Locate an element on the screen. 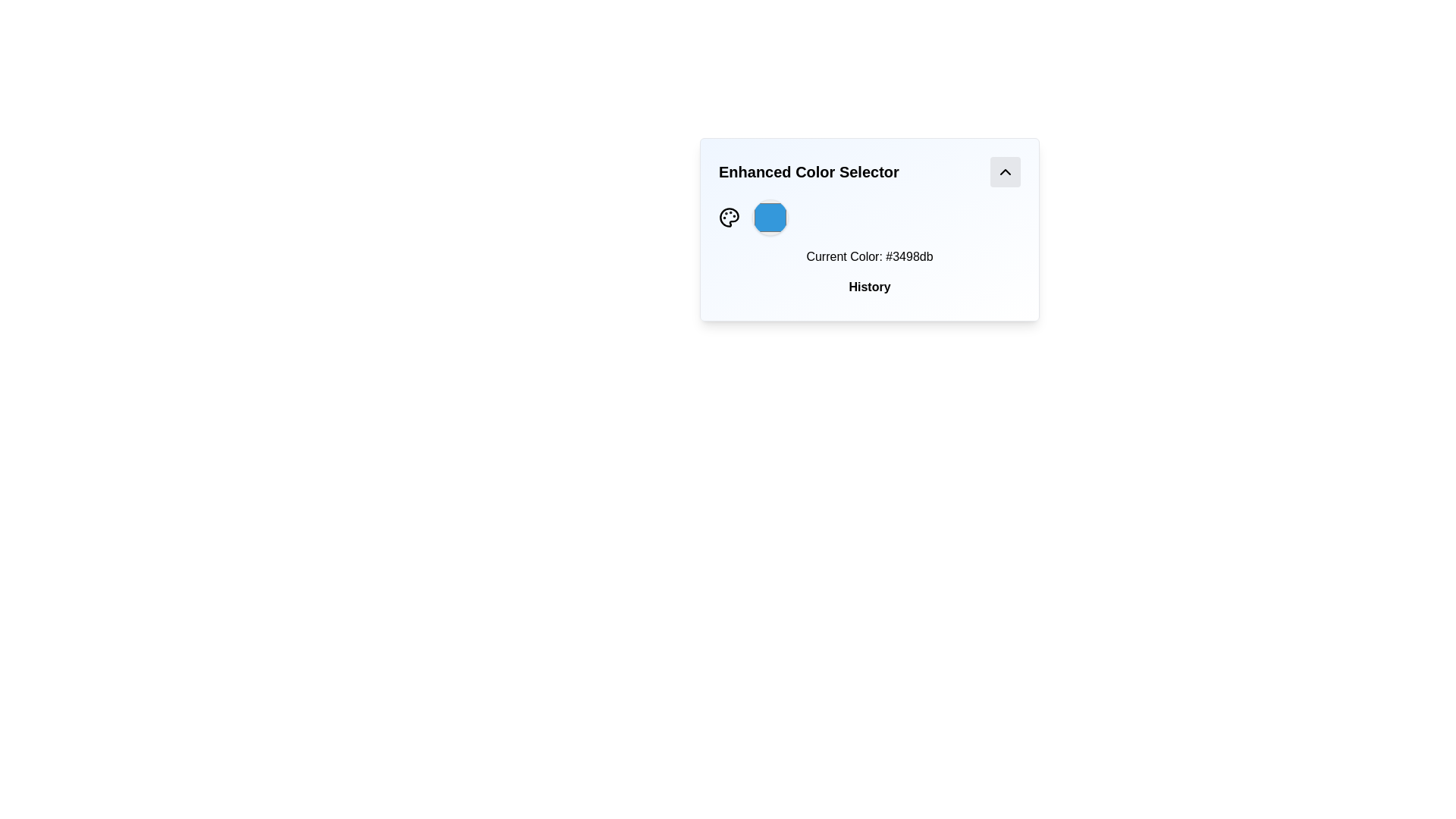 The image size is (1456, 819). the palette icon located in the 'Enhanced Color Selector' panel near the blue color preview is located at coordinates (729, 217).